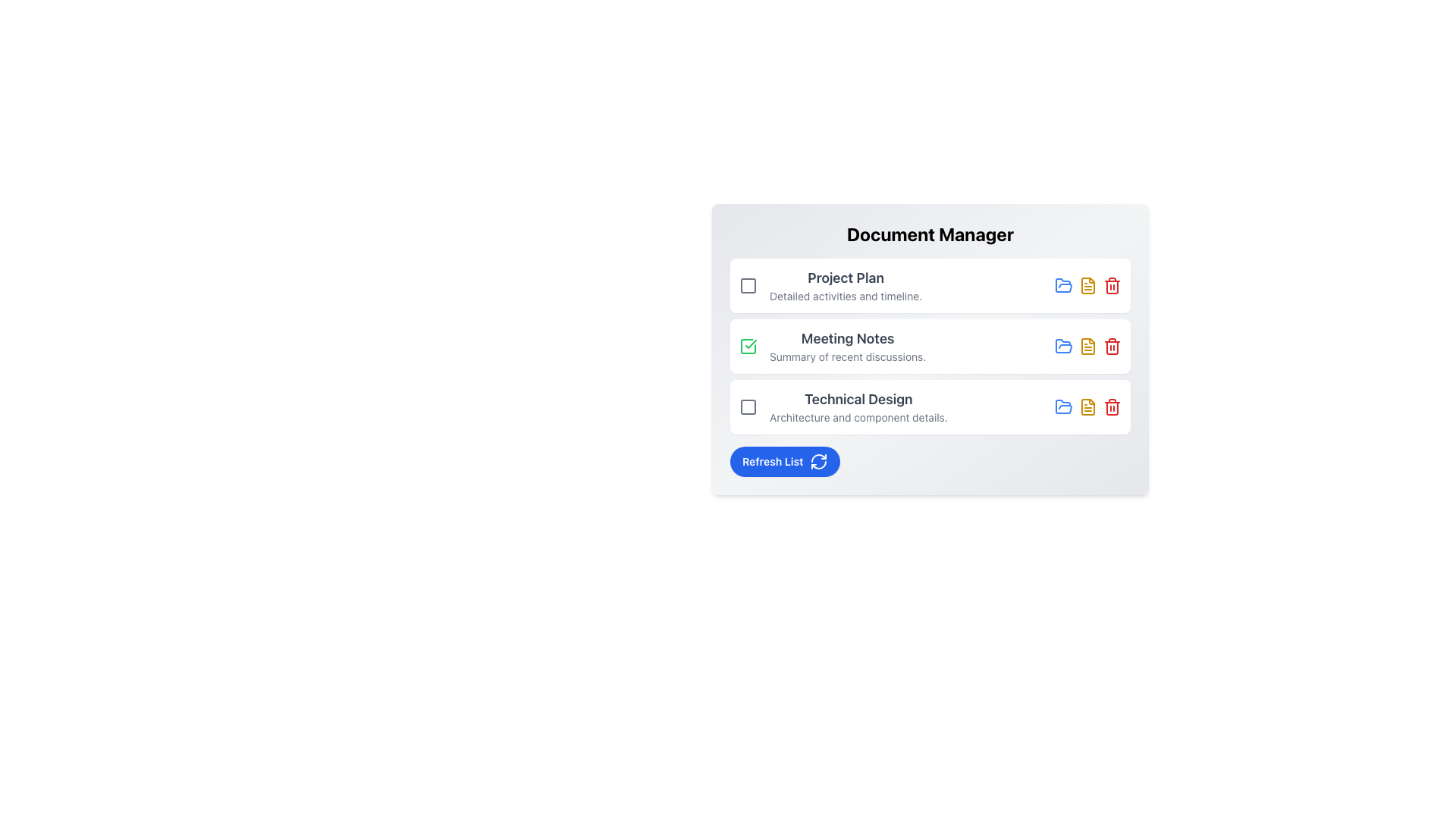  Describe the element at coordinates (748, 346) in the screenshot. I see `the checkbox element located at the beginning of the 'Meeting Notes' section, which is filled with a green check mark` at that location.